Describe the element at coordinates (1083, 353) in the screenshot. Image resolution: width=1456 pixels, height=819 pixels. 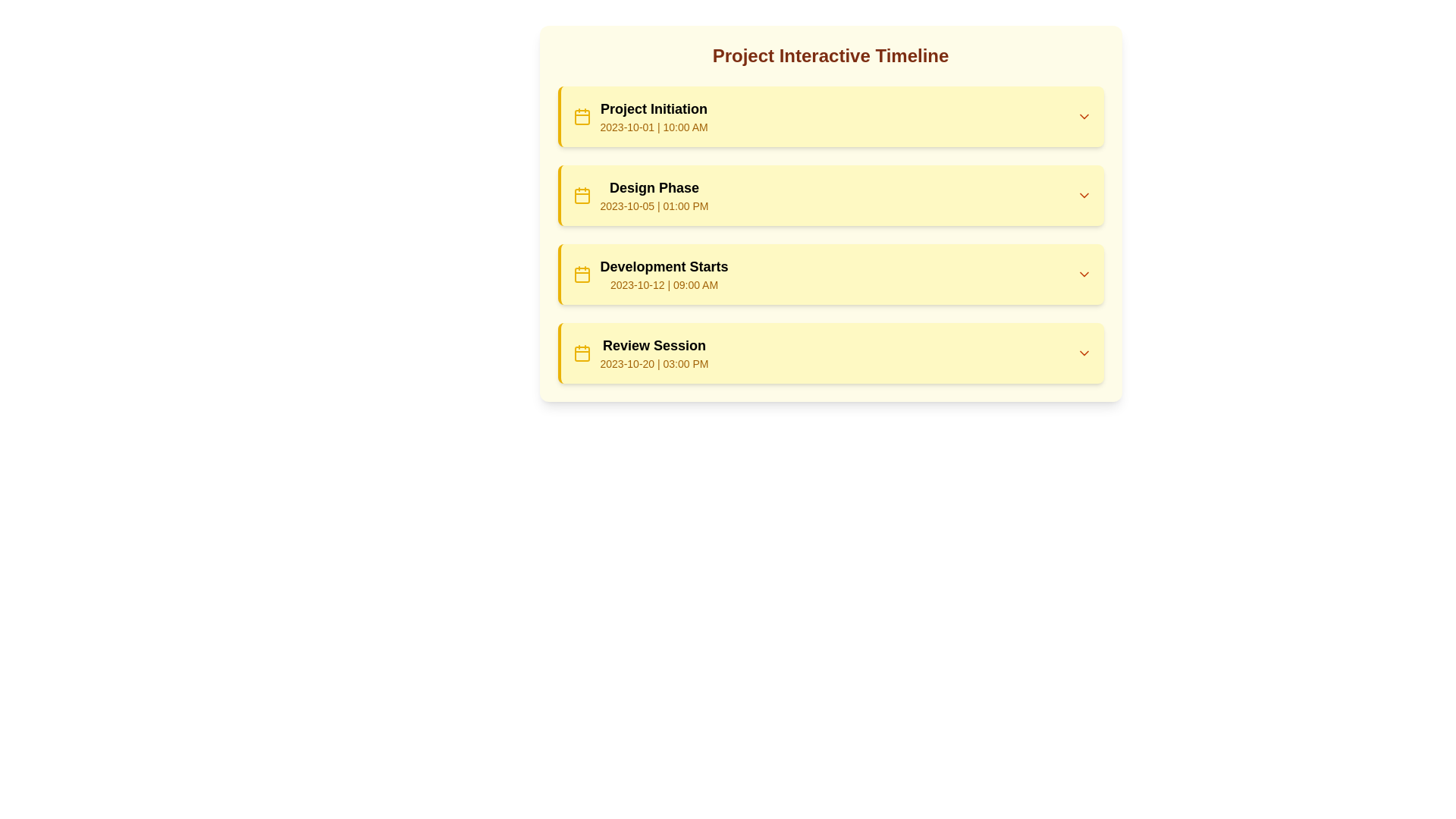
I see `the orange downwards arrow icon of the Dropdown toggle button located at the right edge of the 'Review Session' panel to receive potential UI feedback` at that location.